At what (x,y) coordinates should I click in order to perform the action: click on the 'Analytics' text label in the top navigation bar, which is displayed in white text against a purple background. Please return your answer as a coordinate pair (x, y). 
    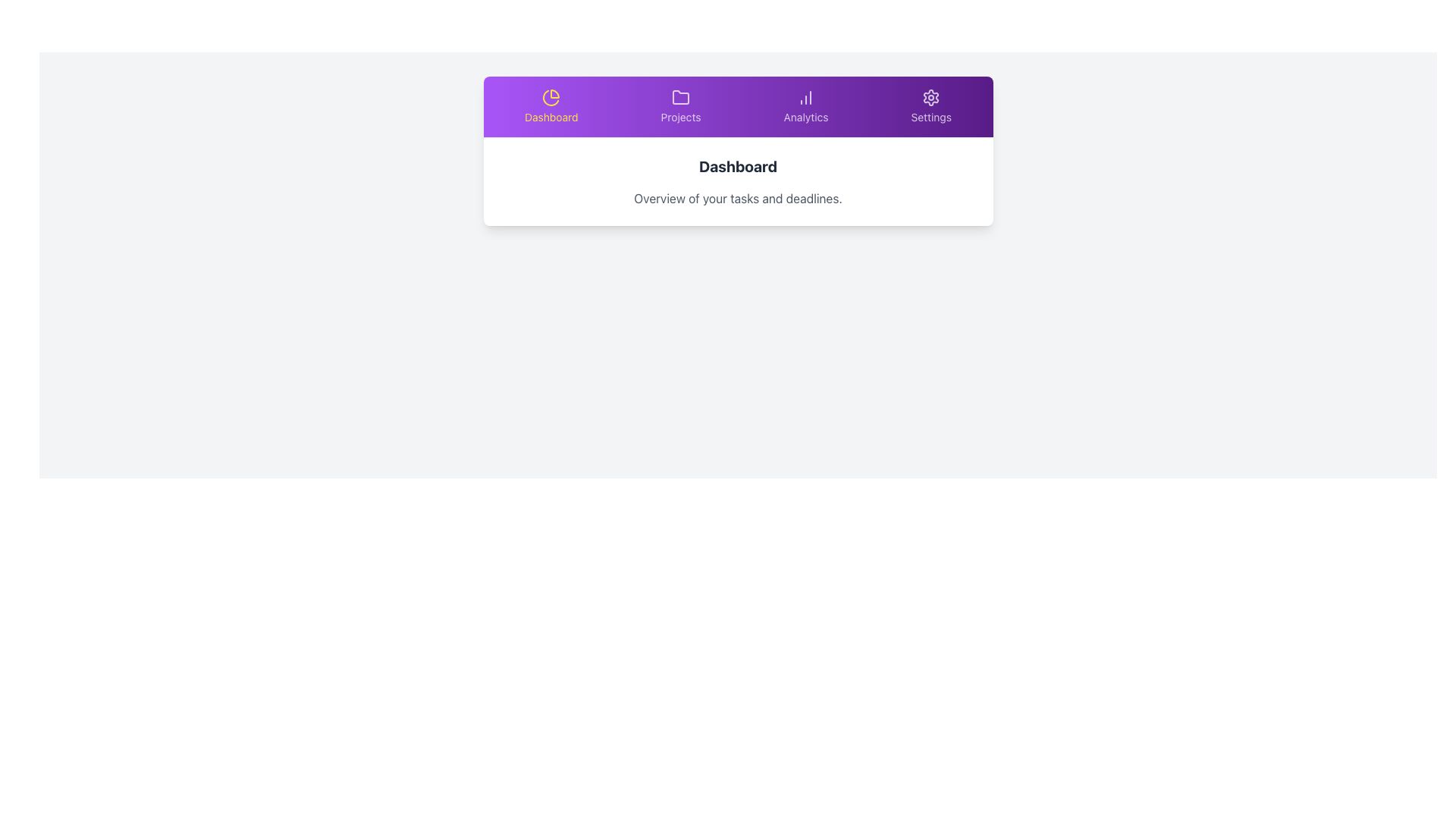
    Looking at the image, I should click on (805, 116).